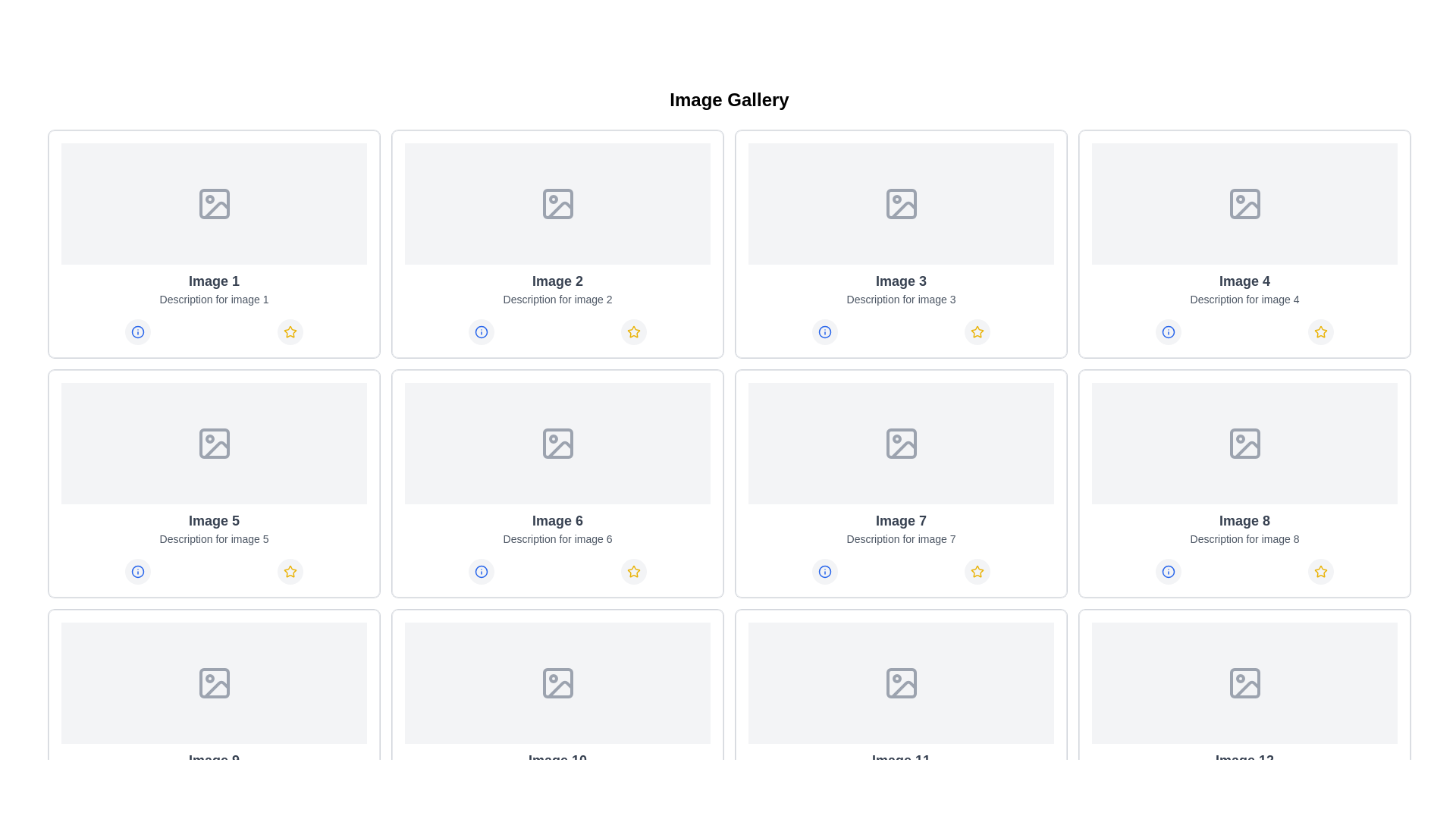  I want to click on the yellow five-pointed star icon located at the bottom-right corner of the third image card in the top row, so click(977, 331).